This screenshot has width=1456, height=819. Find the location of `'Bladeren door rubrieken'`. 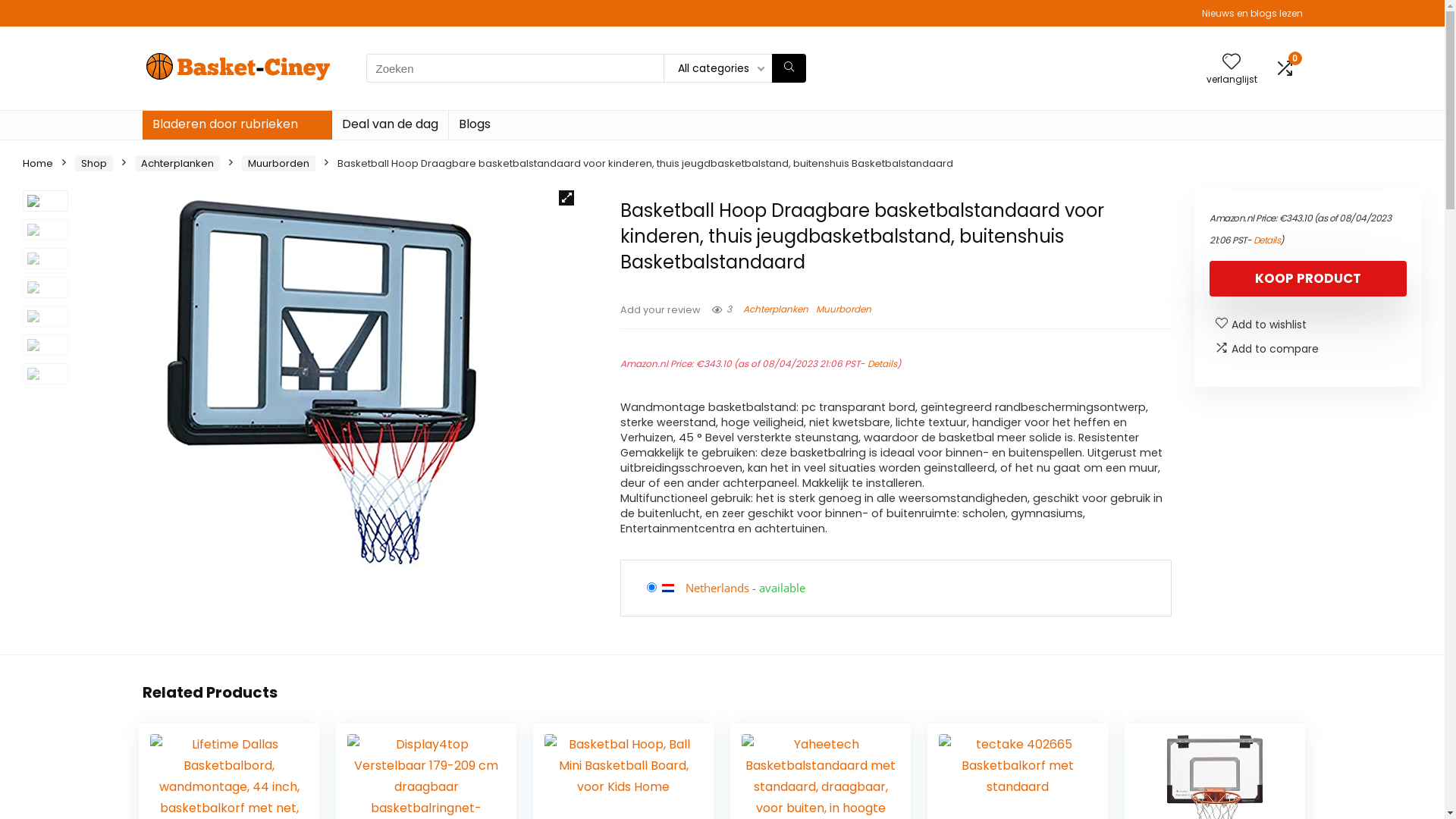

'Bladeren door rubrieken' is located at coordinates (236, 124).